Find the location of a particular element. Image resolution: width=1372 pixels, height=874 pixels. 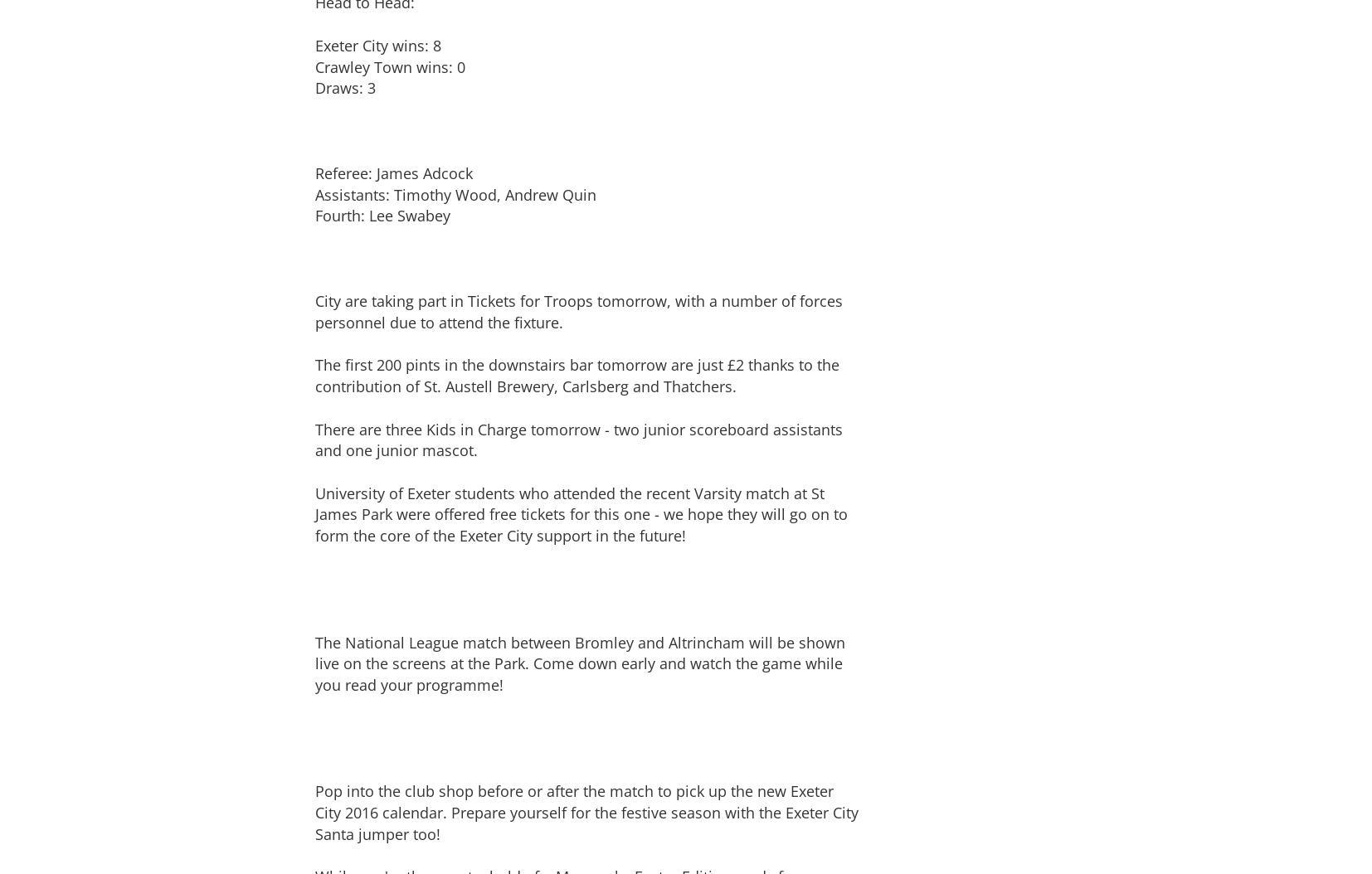

'The first 200 pints in the downstairs bar tomorrow are just £2 thanks to the contribution of St. Austell Brewery, Carlsberg and Thatchers.' is located at coordinates (314, 376).